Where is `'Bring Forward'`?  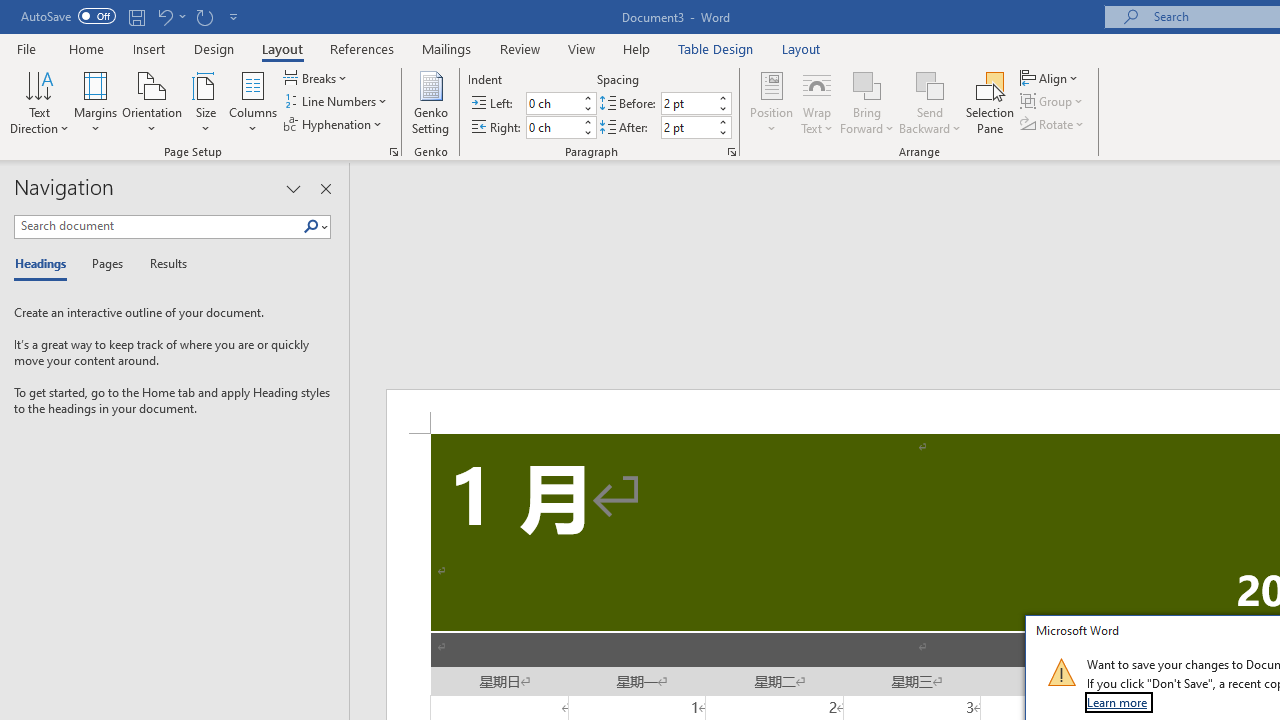 'Bring Forward' is located at coordinates (867, 103).